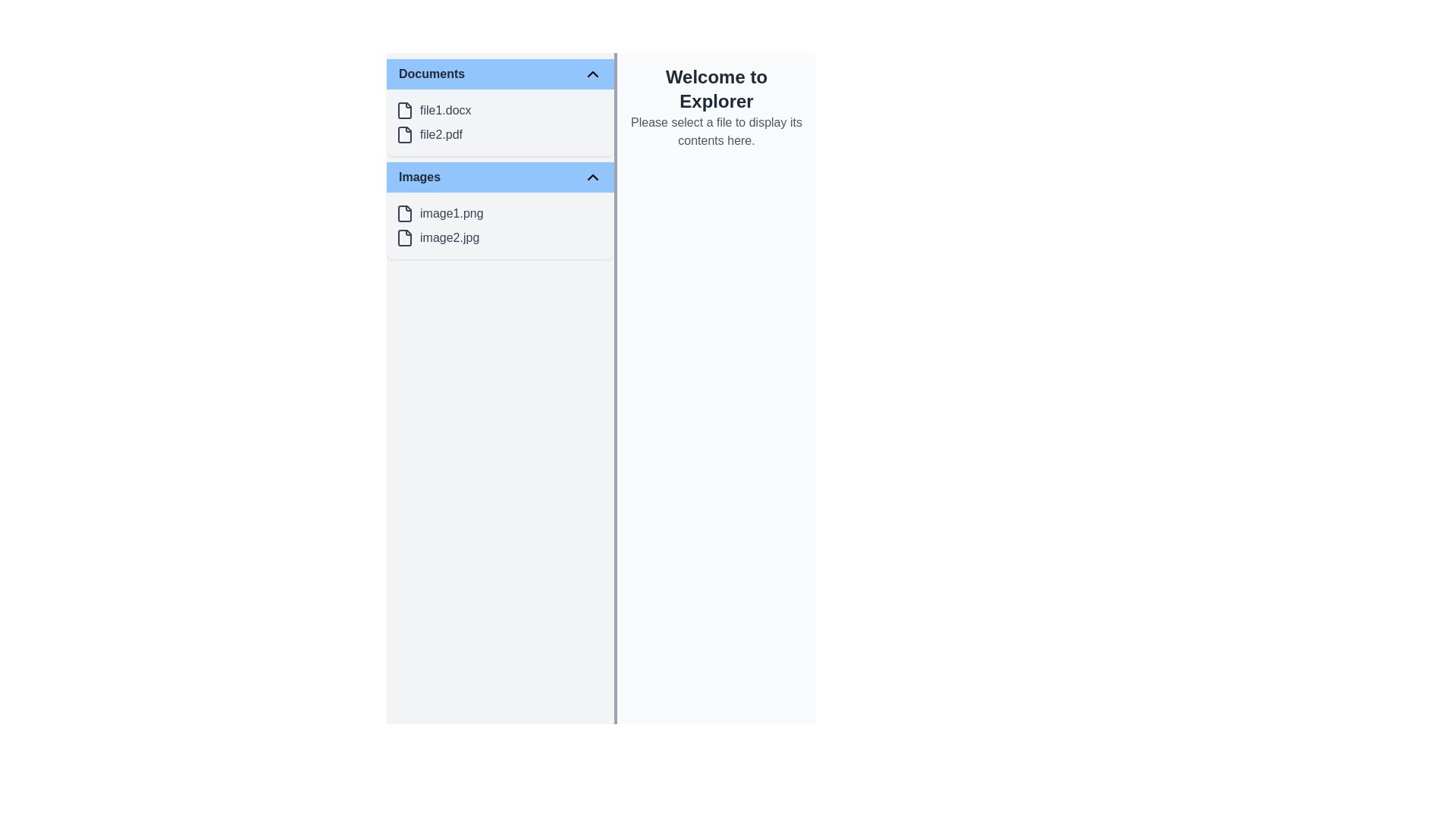 This screenshot has height=819, width=1456. I want to click on the file icon representing 'file2.pdf' in the 'Documents' section of the interface, so click(404, 133).